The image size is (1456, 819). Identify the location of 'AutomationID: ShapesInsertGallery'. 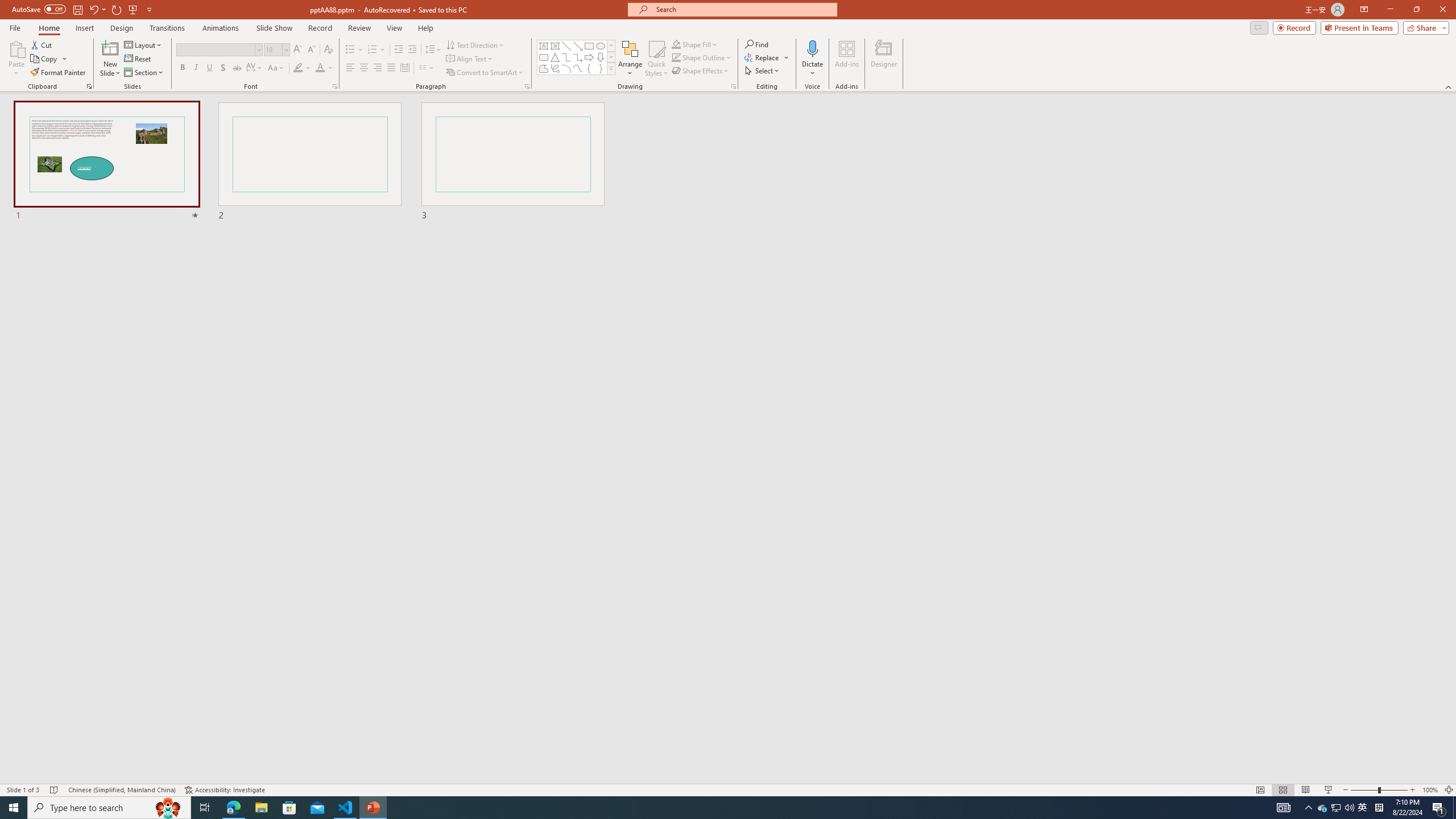
(576, 57).